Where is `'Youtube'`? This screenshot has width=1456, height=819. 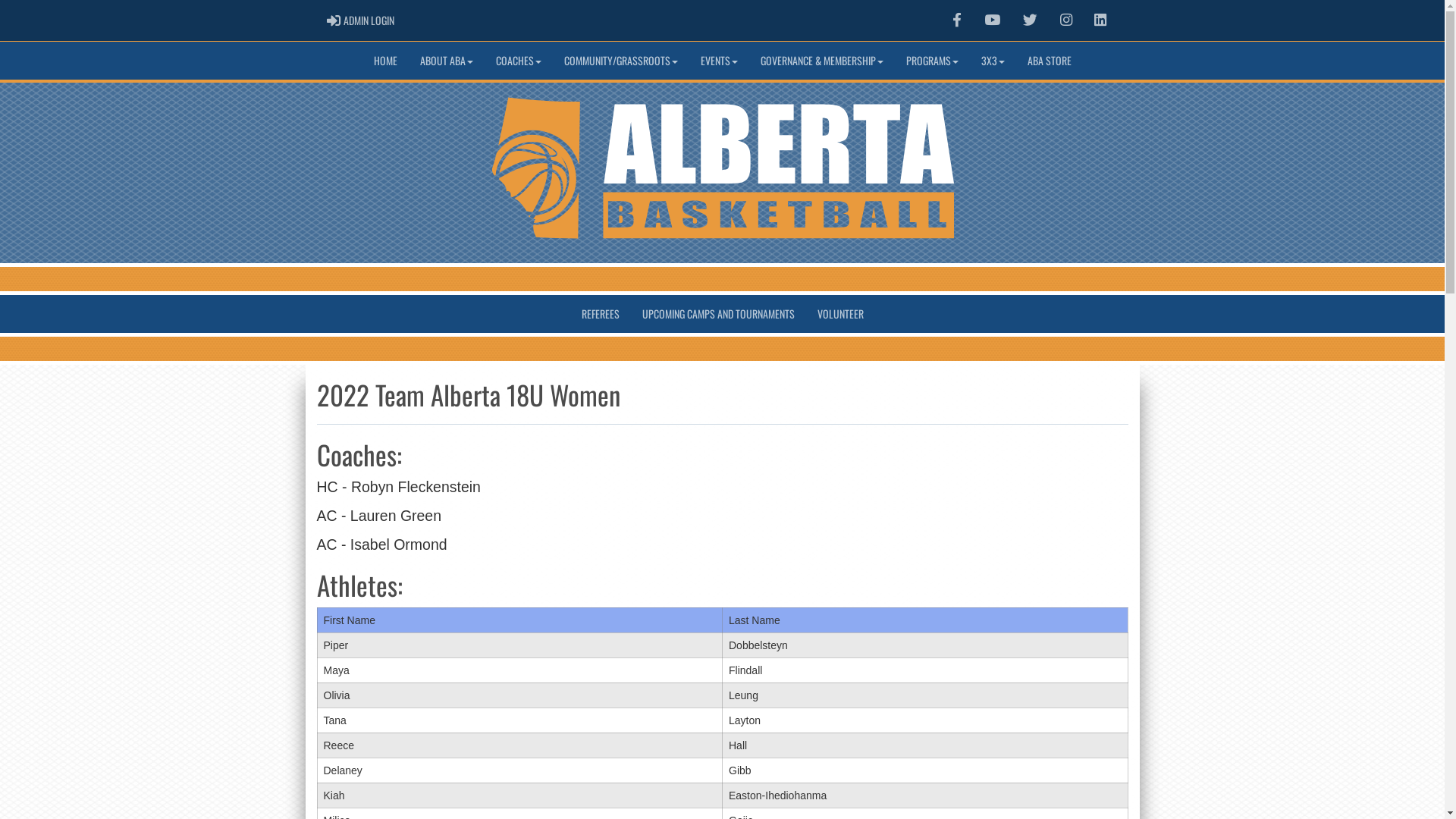 'Youtube' is located at coordinates (992, 20).